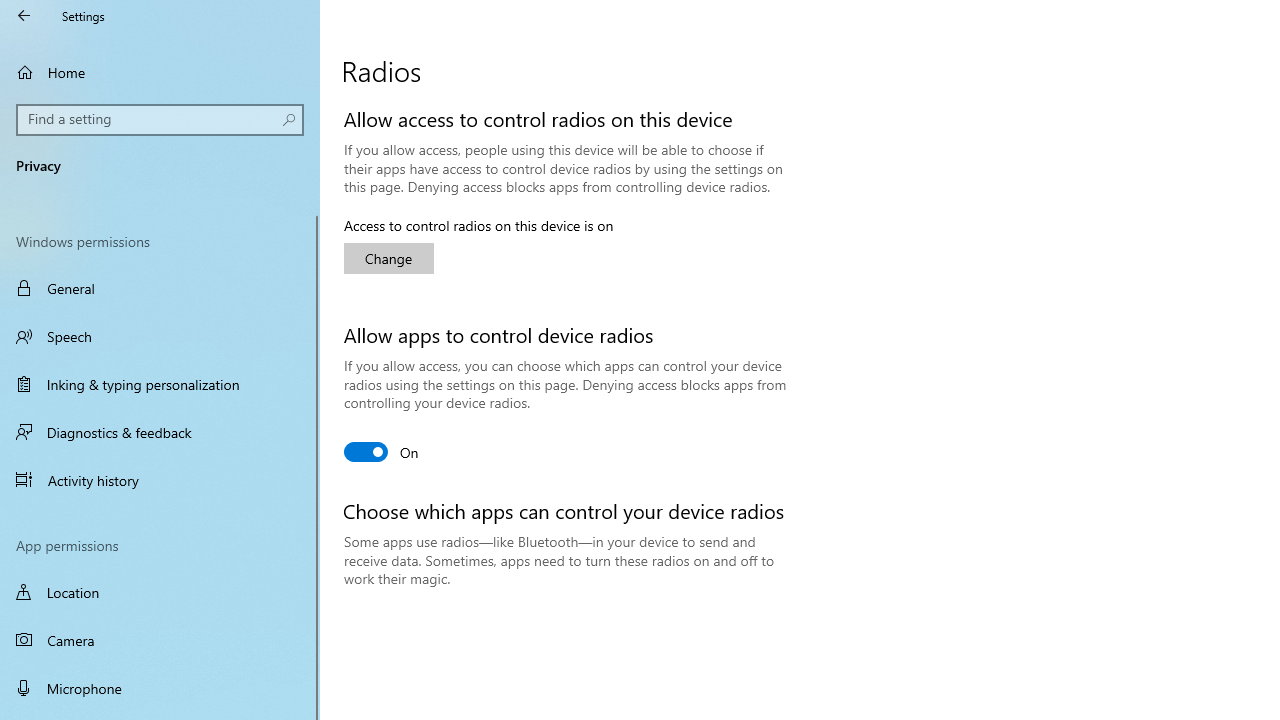 Image resolution: width=1280 pixels, height=720 pixels. I want to click on 'Search box, Find a setting', so click(160, 119).